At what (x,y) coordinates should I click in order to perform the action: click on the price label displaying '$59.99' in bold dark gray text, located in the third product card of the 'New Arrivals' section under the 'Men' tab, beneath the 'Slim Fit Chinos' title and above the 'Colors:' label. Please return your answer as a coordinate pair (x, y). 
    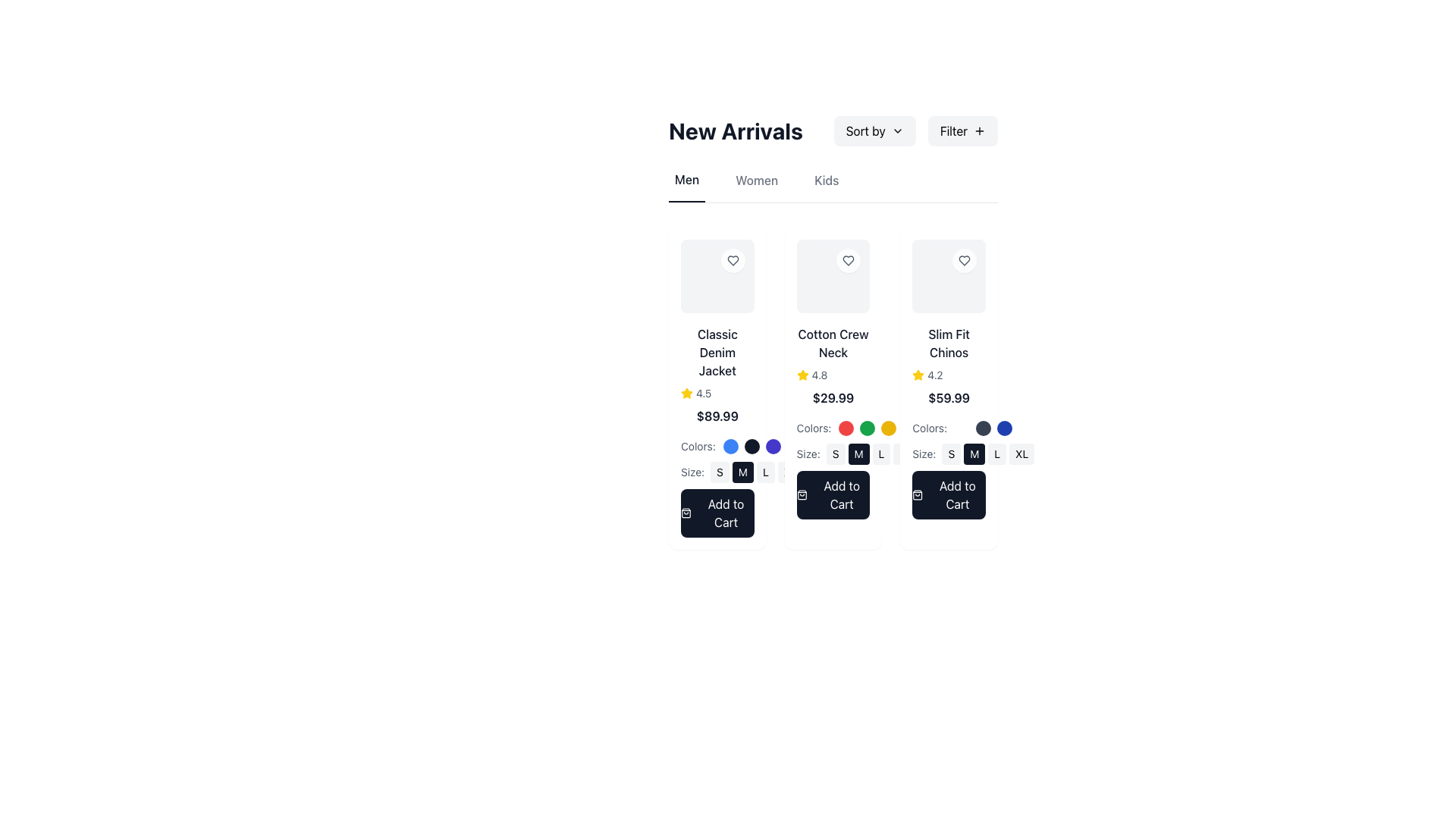
    Looking at the image, I should click on (948, 397).